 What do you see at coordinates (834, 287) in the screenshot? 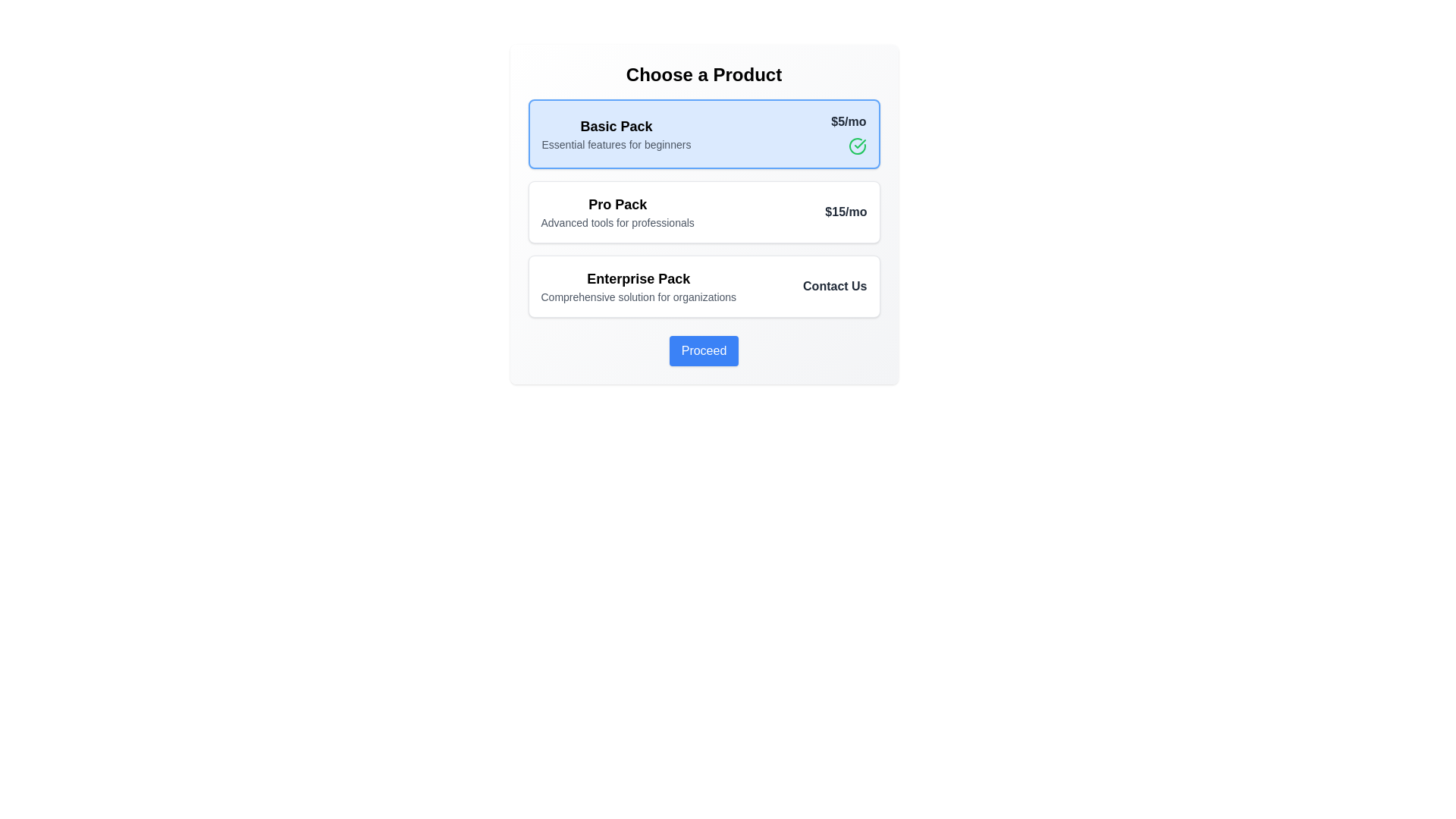
I see `the text label that serves as a call to action for contacting the service provider, located to the far right of the 'Enterprise Pack' section` at bounding box center [834, 287].